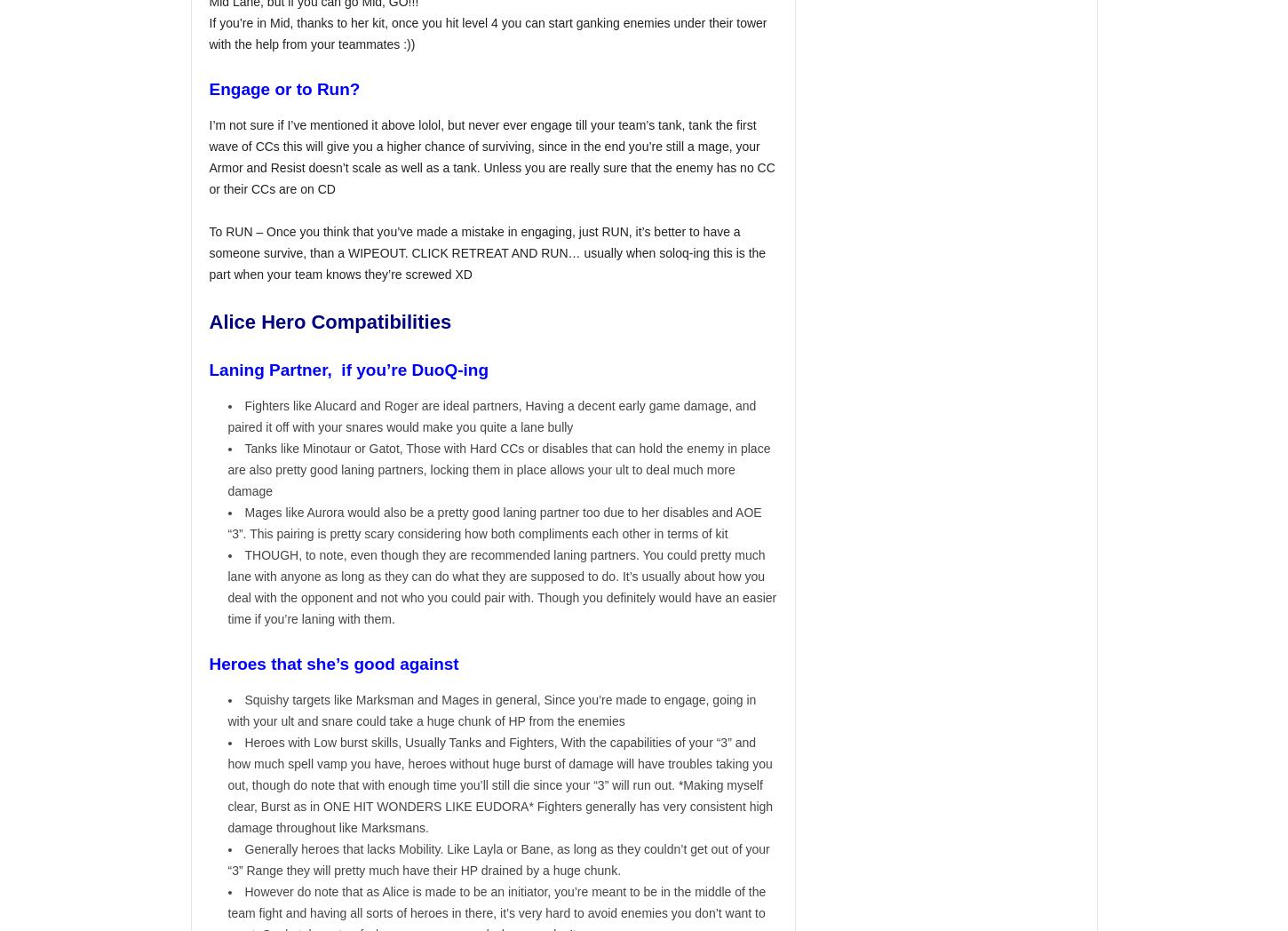  What do you see at coordinates (336, 322) in the screenshot?
I see `'Alice Hero Compatibilities'` at bounding box center [336, 322].